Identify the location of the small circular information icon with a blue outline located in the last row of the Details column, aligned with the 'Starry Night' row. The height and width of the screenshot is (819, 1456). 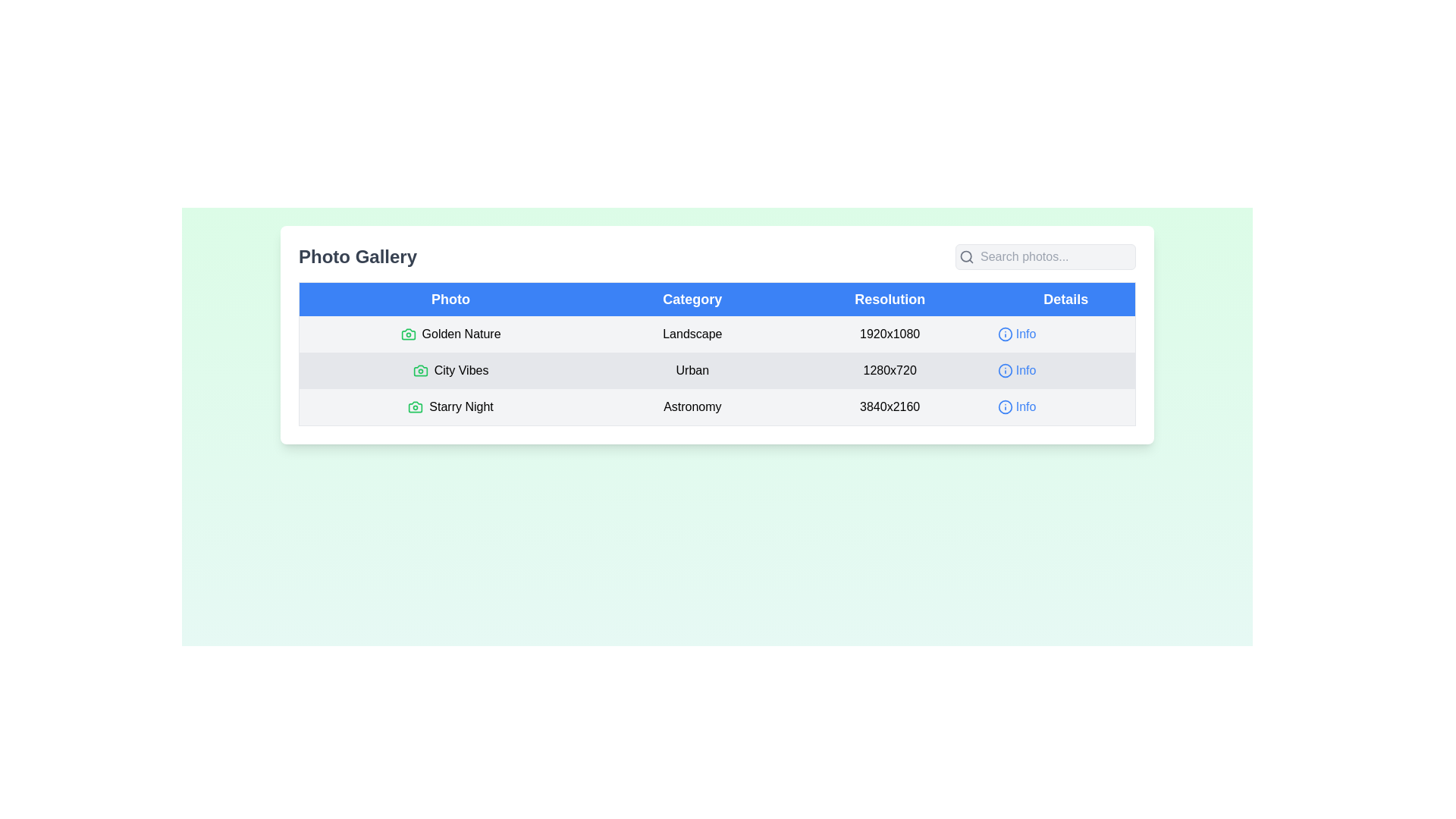
(1005, 406).